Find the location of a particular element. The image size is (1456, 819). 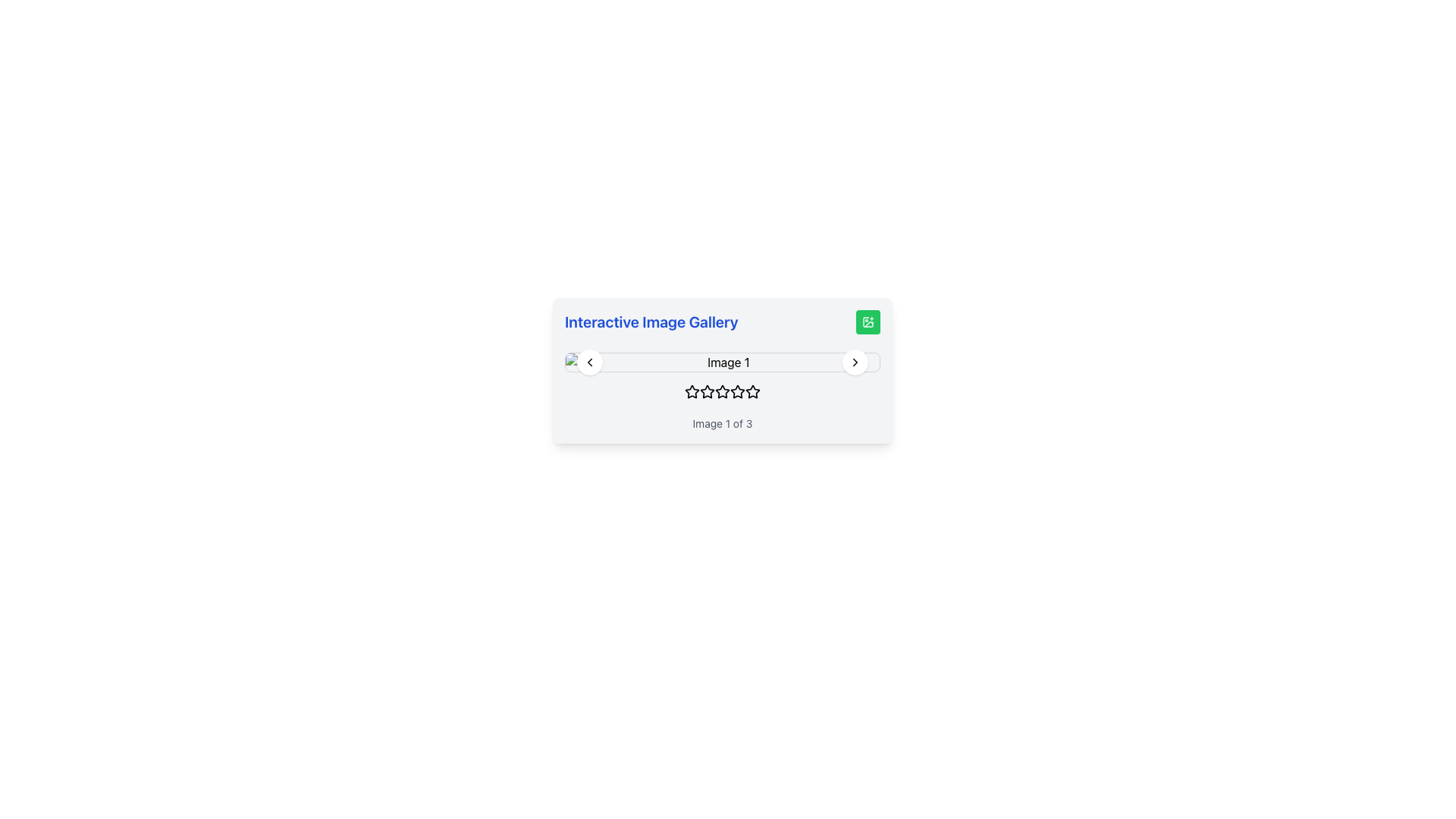

text label that indicates the current image's position in the gallery, which is uniquely identifiable as the only textual element conveying the image index is located at coordinates (722, 424).